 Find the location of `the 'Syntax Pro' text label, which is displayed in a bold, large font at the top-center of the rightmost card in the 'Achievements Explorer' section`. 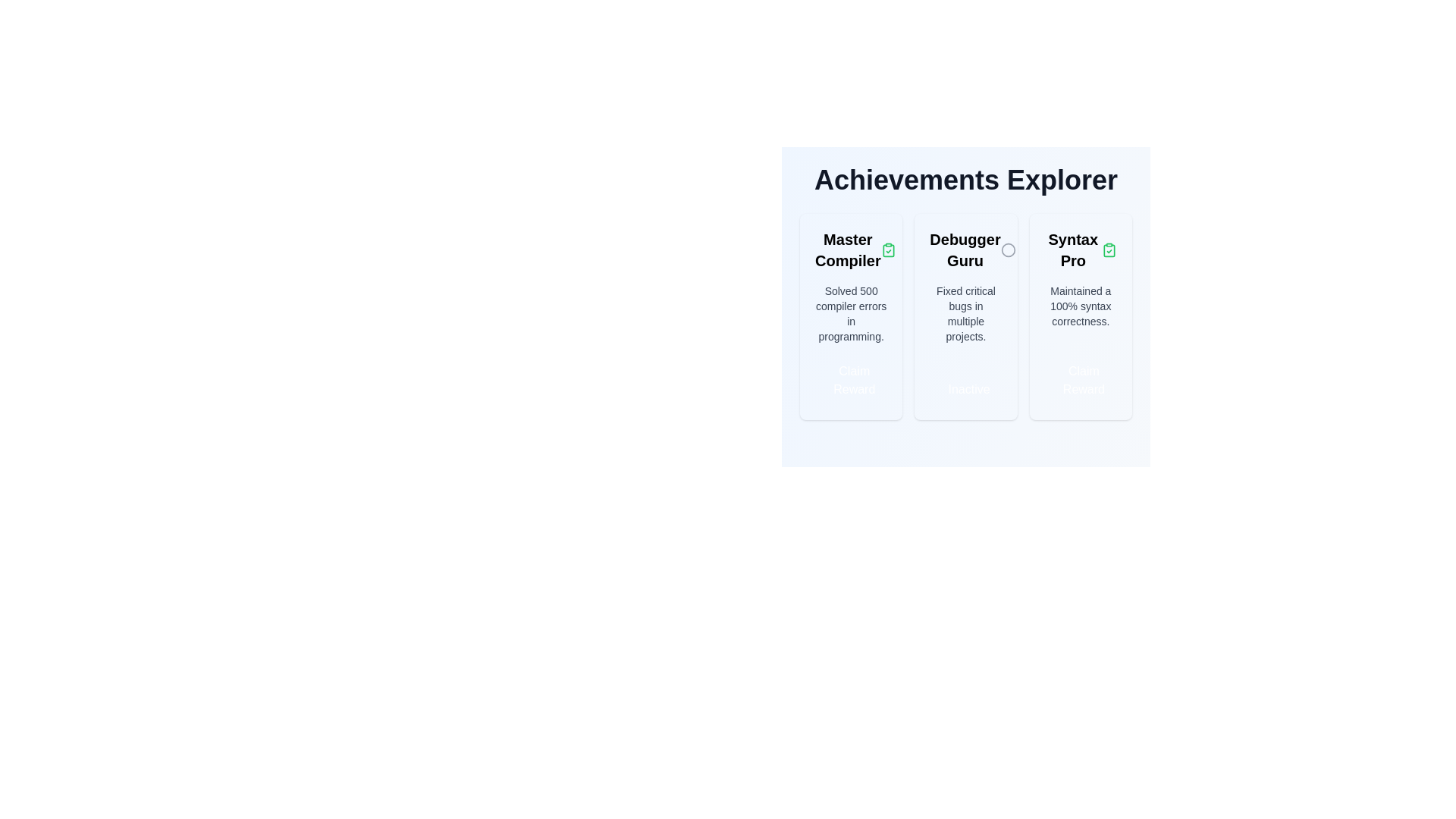

the 'Syntax Pro' text label, which is displayed in a bold, large font at the top-center of the rightmost card in the 'Achievements Explorer' section is located at coordinates (1072, 249).